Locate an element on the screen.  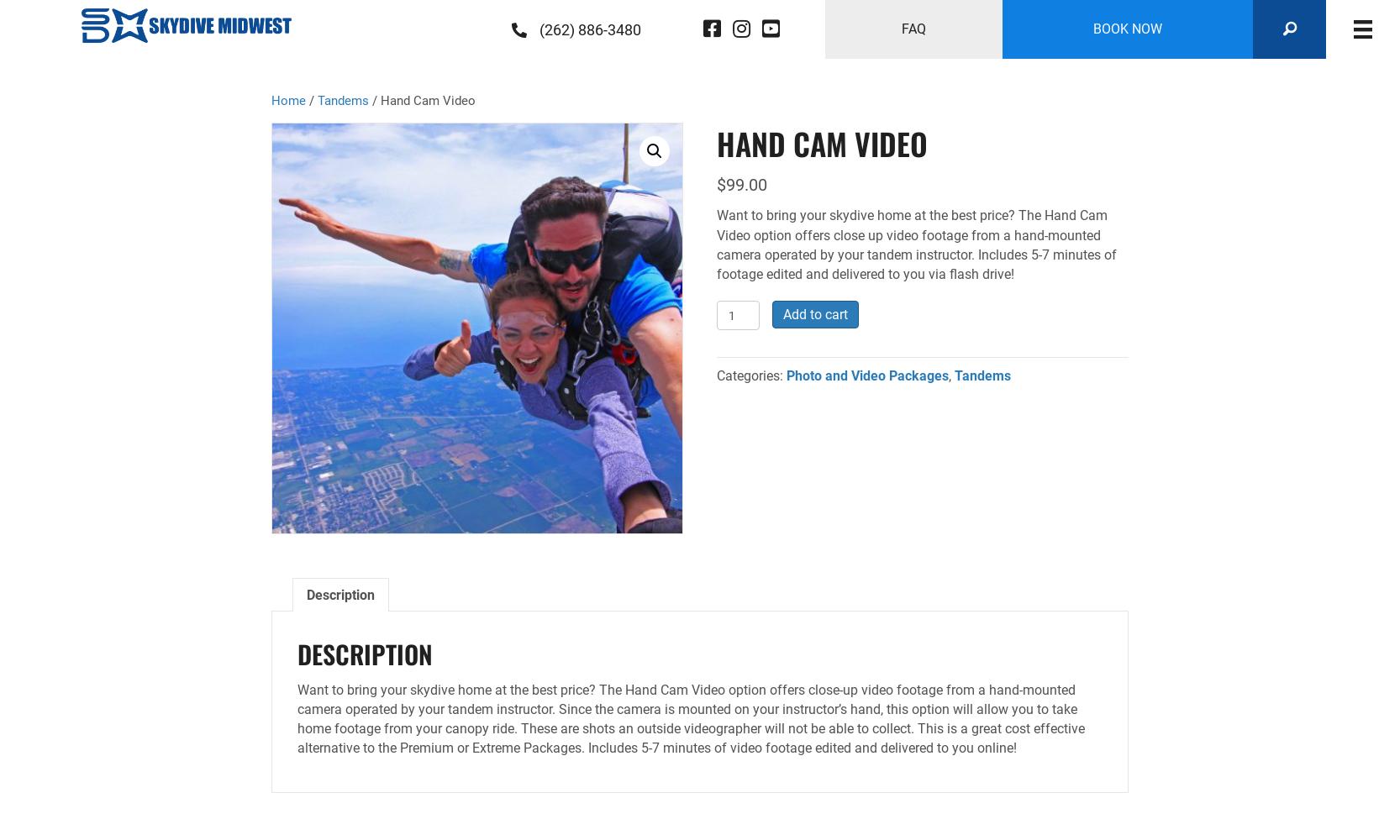
'BOOK NOW' is located at coordinates (1127, 29).